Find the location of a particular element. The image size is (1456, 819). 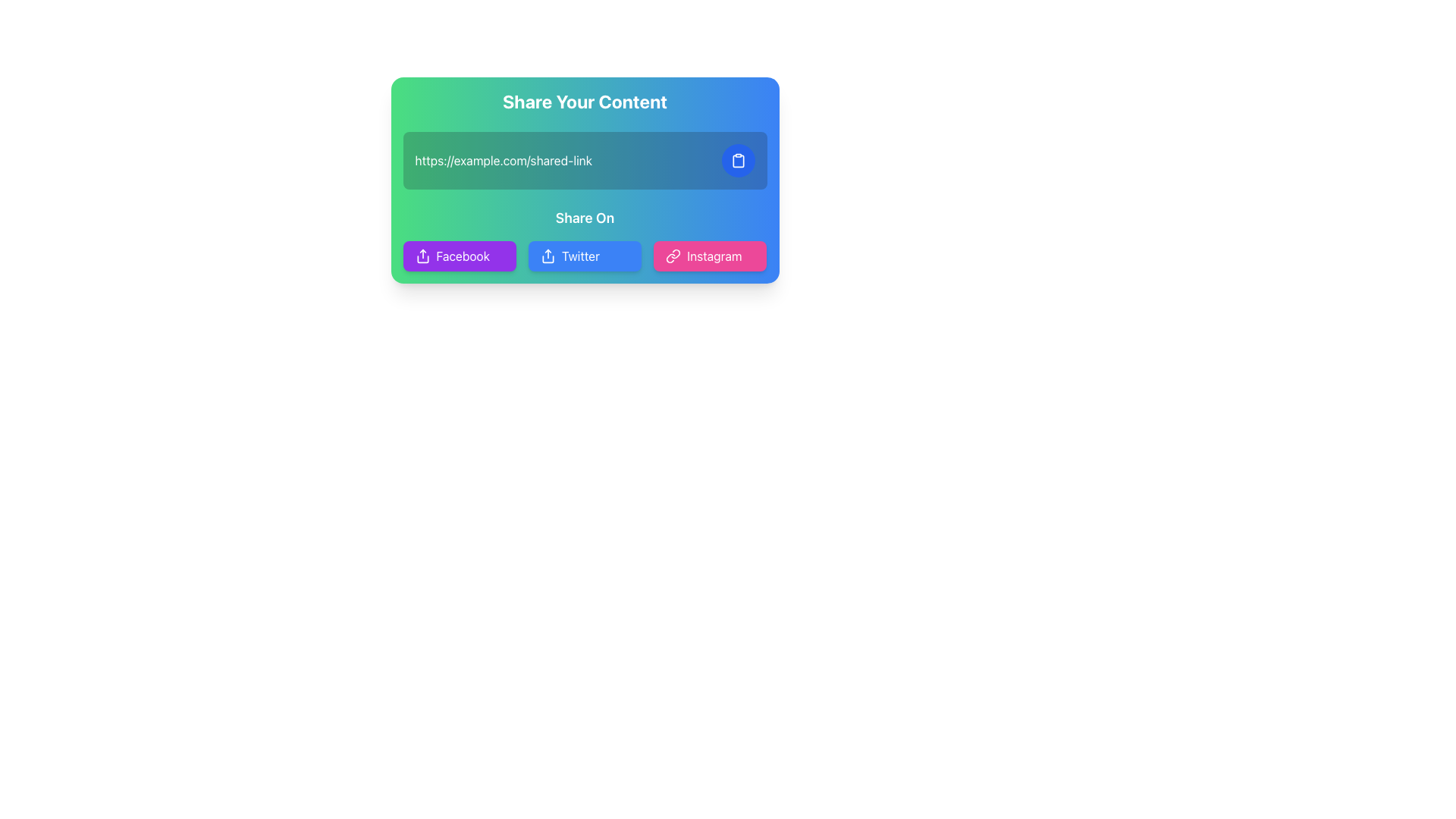

the Twitter share button located within a card structure, positioned between the Facebook and Instagram buttons is located at coordinates (584, 256).